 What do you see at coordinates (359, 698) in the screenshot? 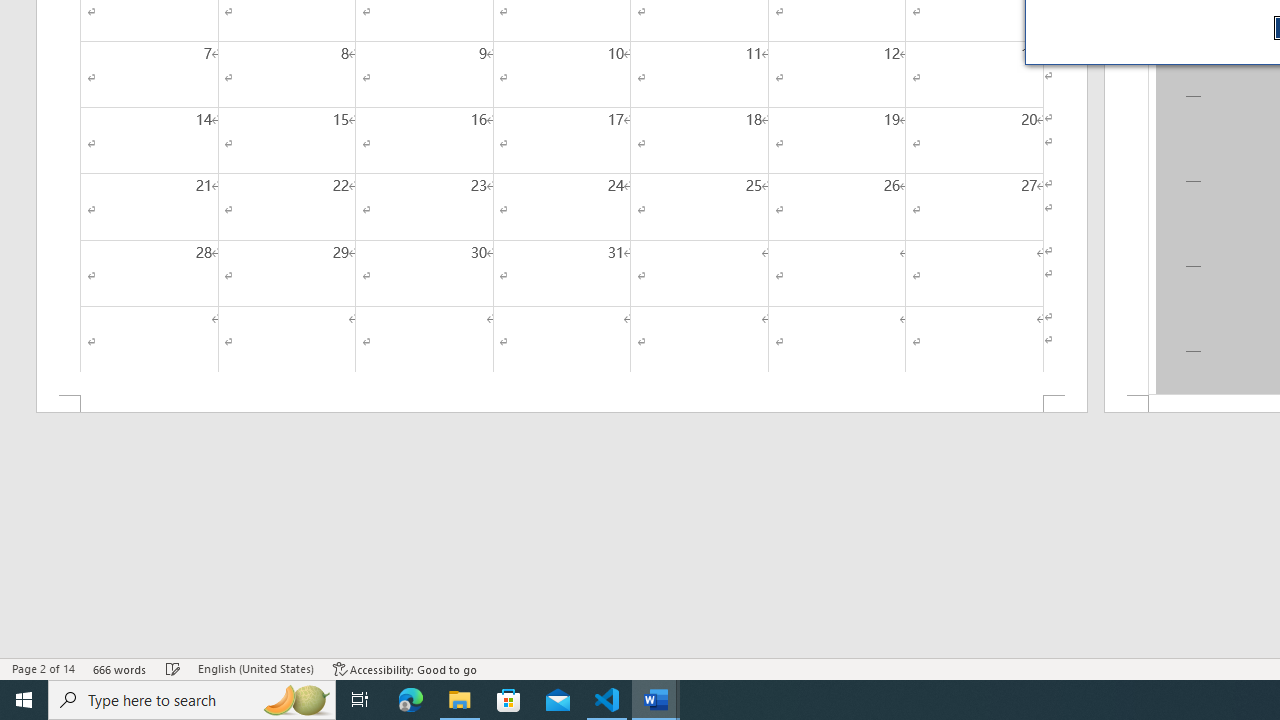
I see `'Task View'` at bounding box center [359, 698].